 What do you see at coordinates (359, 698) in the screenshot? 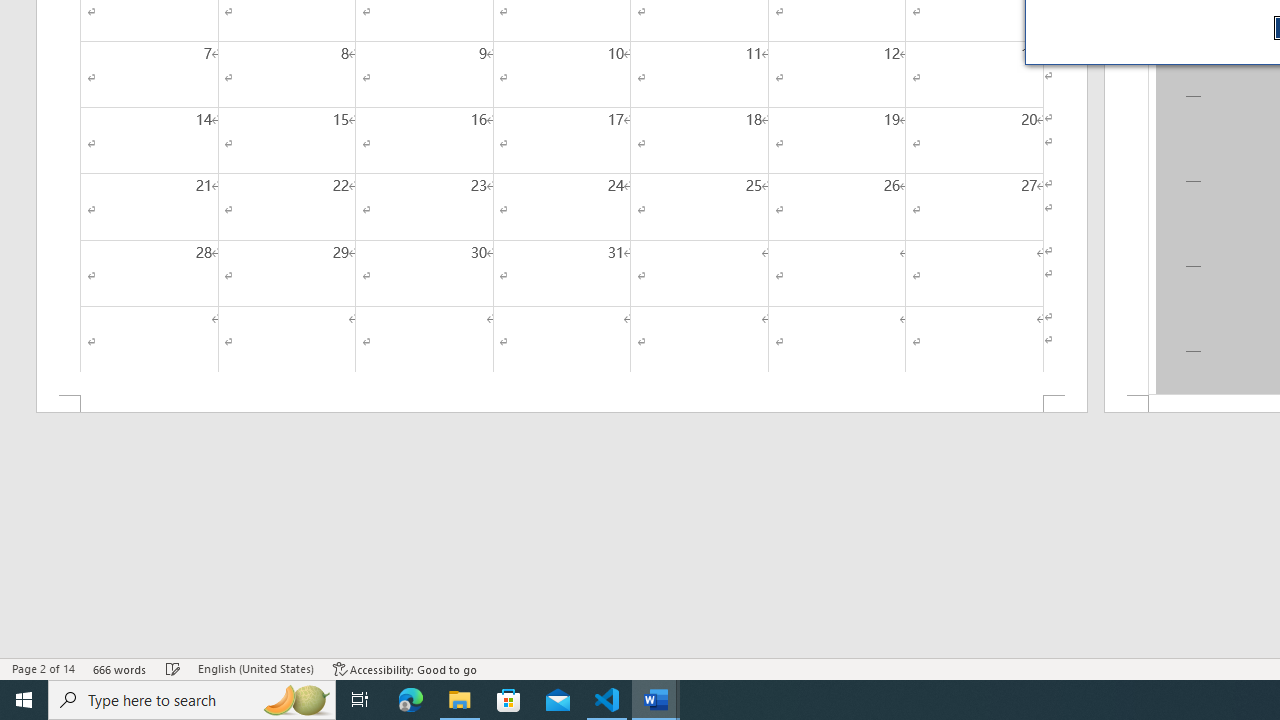
I see `'Task View'` at bounding box center [359, 698].